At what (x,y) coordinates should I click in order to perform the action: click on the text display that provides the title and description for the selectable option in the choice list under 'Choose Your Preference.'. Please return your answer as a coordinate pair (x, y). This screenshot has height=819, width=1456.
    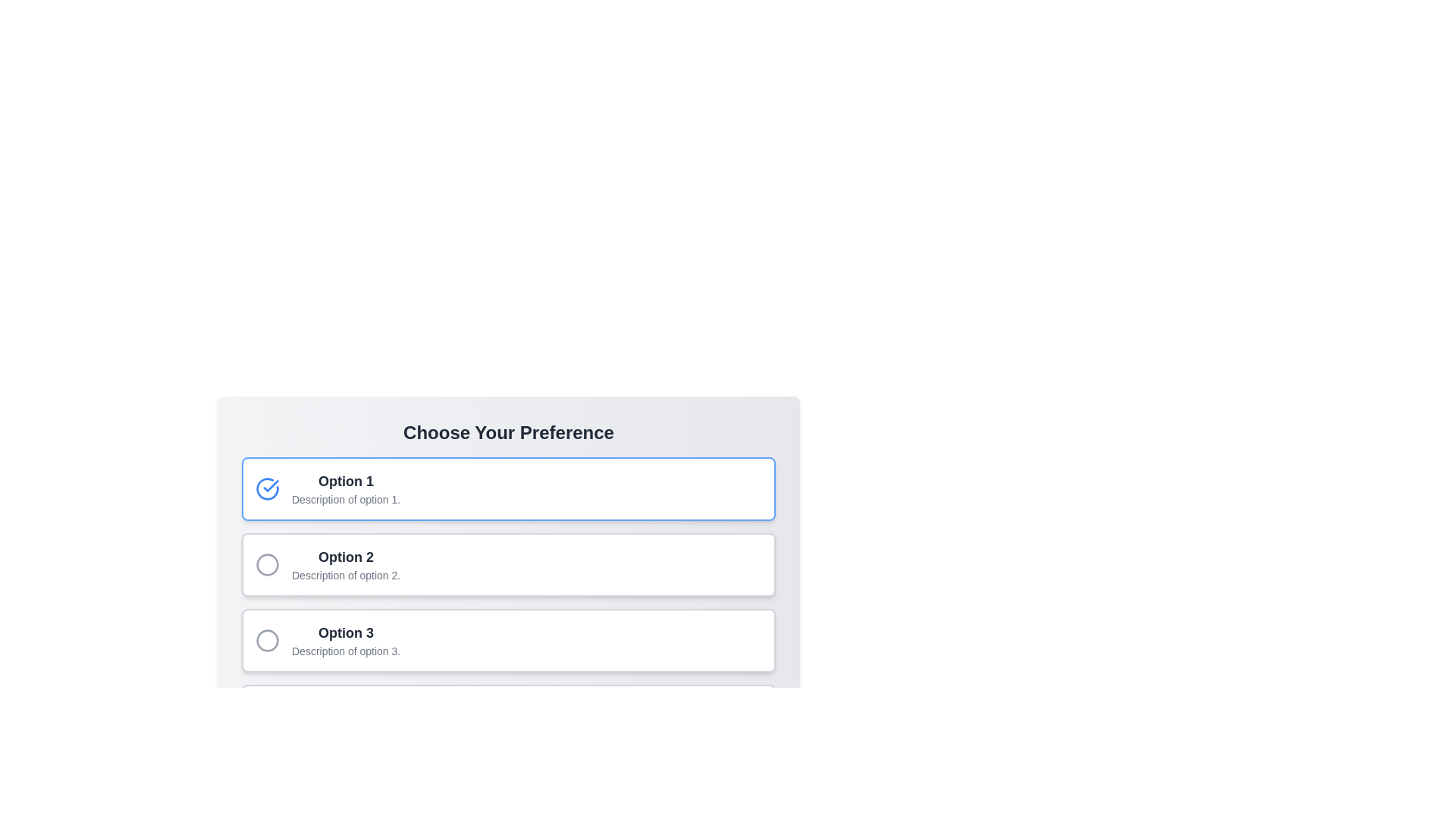
    Looking at the image, I should click on (345, 488).